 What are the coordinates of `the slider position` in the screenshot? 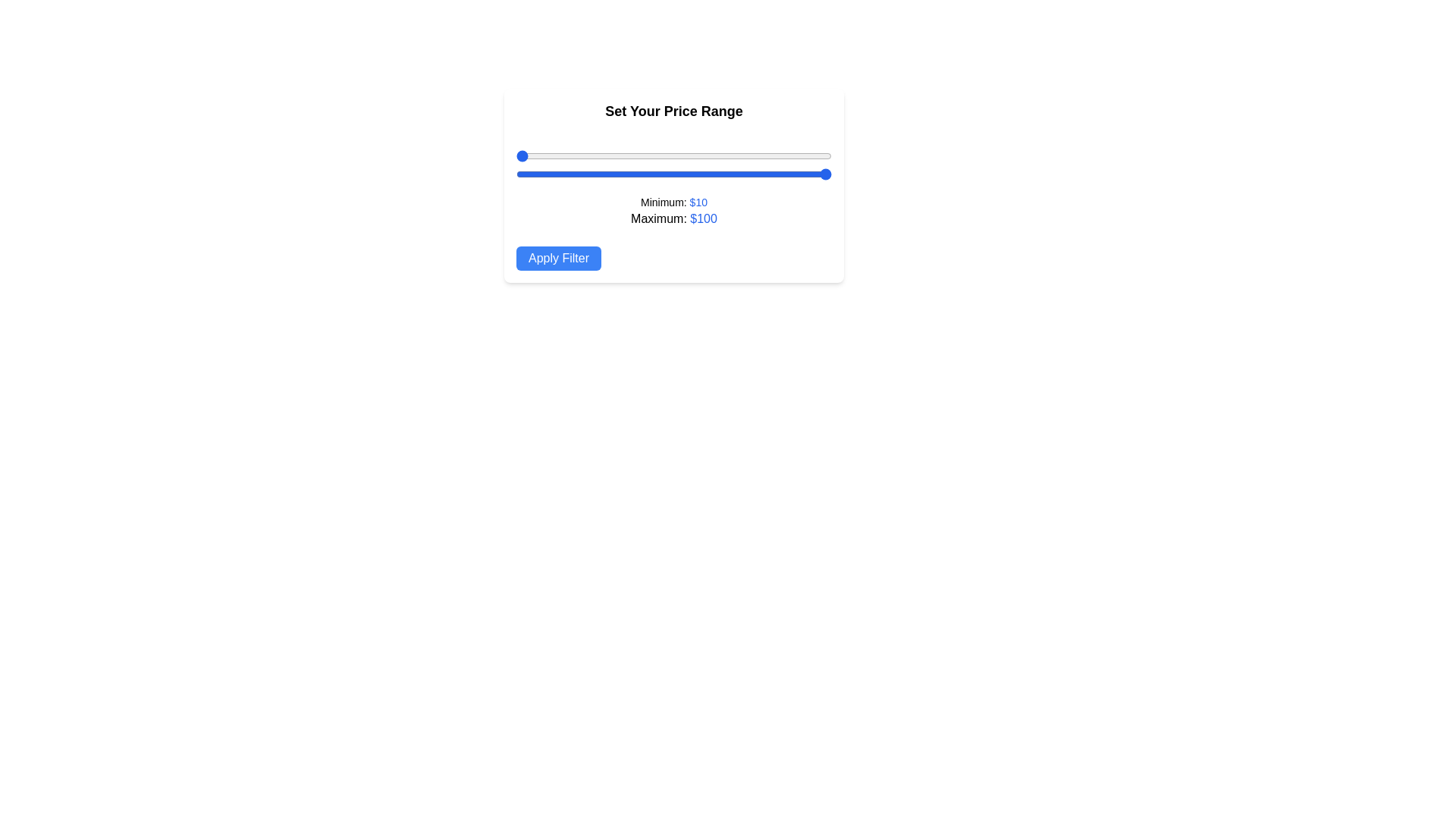 It's located at (660, 155).